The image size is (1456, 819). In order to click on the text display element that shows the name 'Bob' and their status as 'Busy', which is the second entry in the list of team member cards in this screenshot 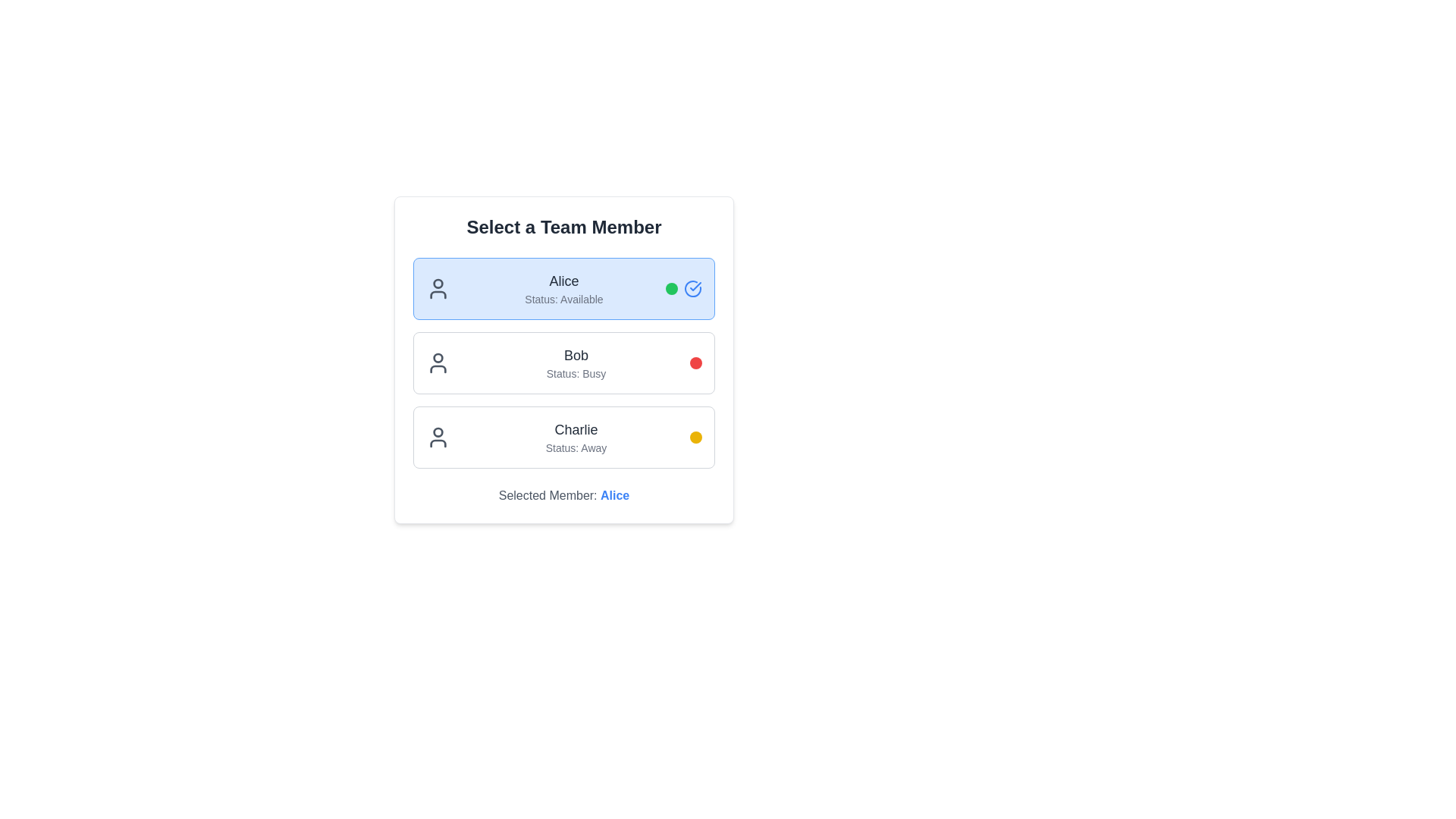, I will do `click(575, 362)`.